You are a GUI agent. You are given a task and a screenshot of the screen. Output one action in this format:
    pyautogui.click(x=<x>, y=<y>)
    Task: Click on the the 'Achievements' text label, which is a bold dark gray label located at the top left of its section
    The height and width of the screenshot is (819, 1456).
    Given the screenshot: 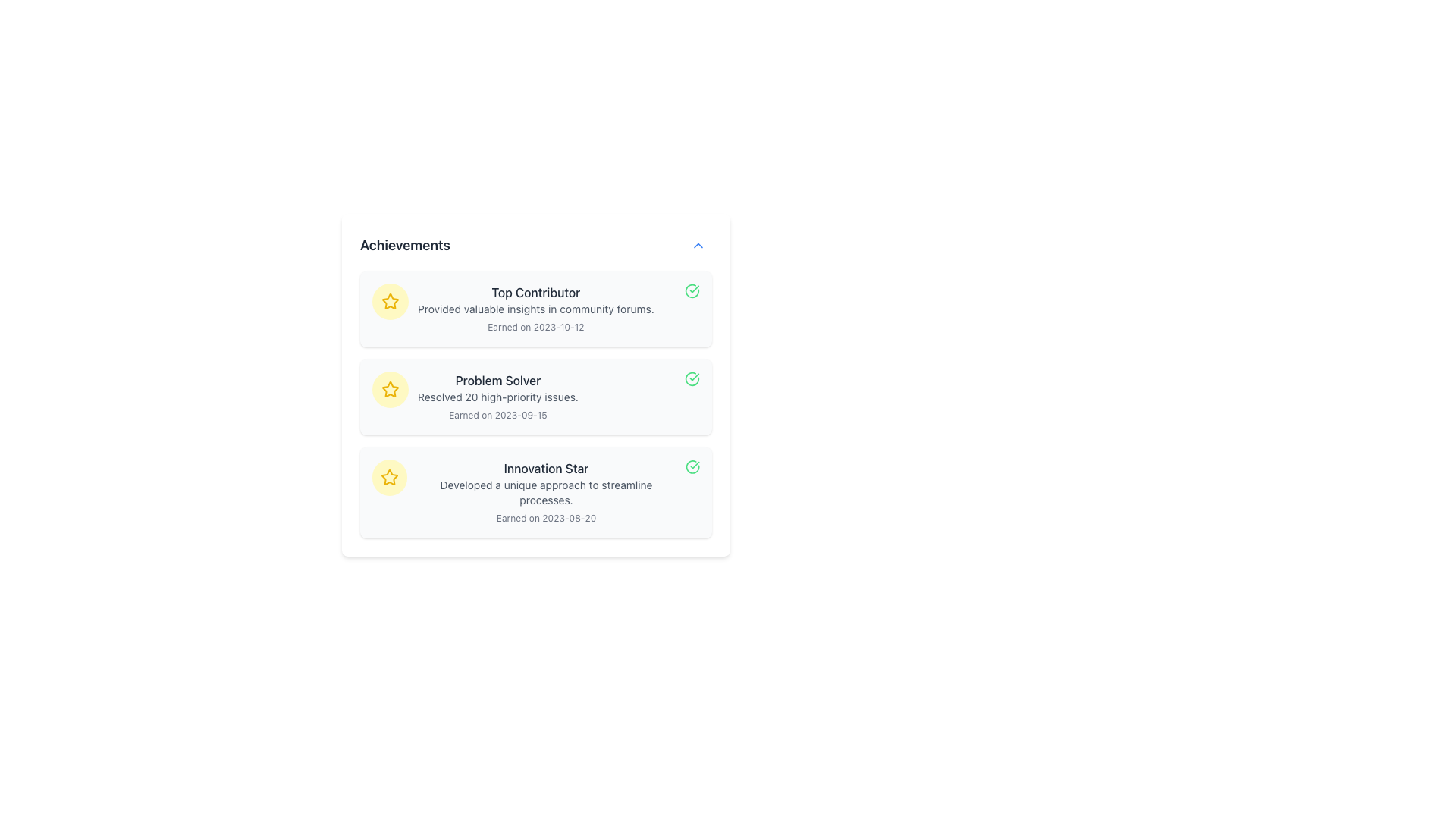 What is the action you would take?
    pyautogui.click(x=405, y=245)
    